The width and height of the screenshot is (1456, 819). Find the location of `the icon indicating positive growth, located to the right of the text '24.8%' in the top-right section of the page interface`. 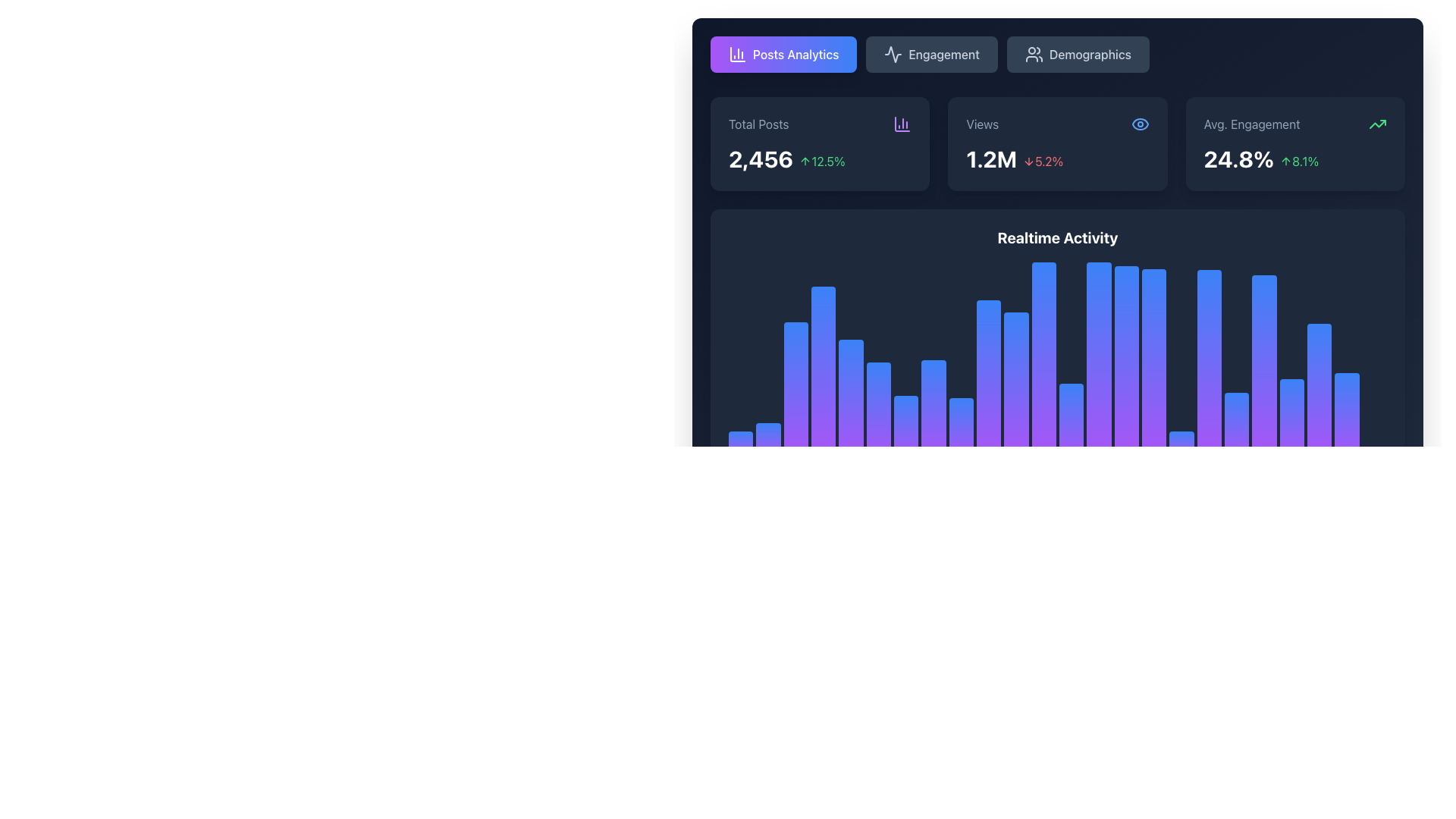

the icon indicating positive growth, located to the right of the text '24.8%' in the top-right section of the page interface is located at coordinates (1298, 161).